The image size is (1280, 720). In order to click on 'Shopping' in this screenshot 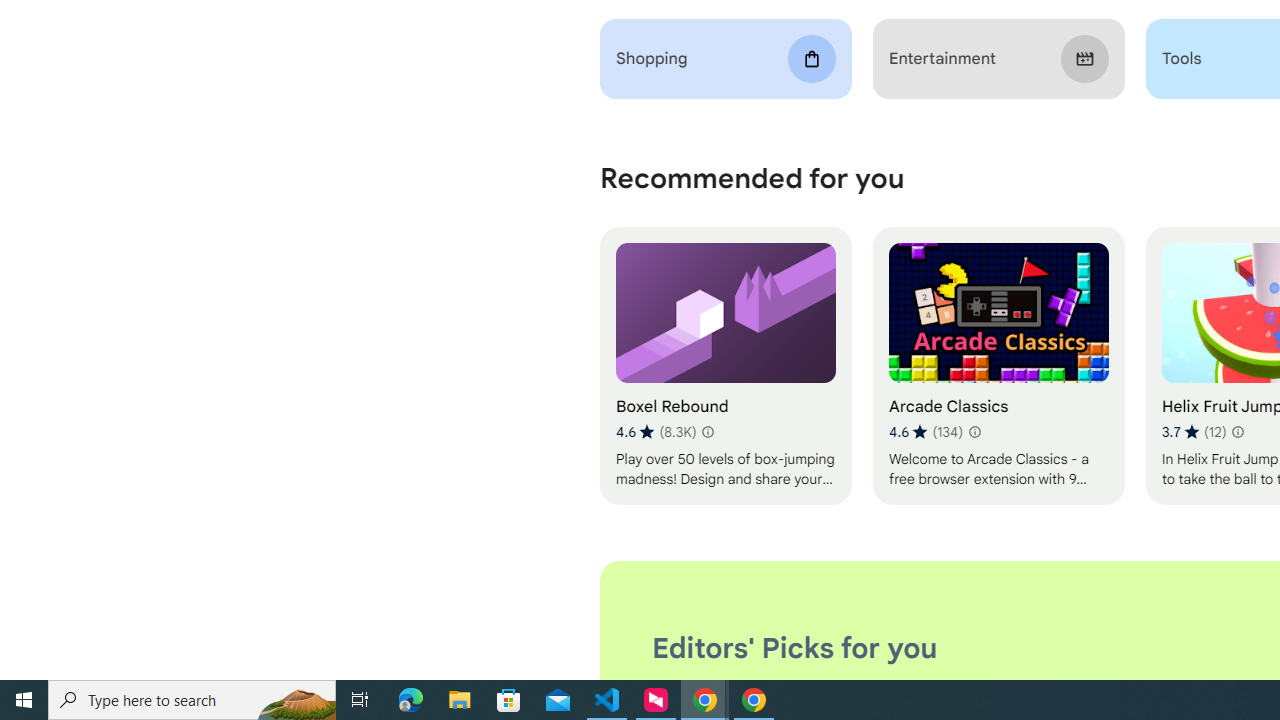, I will do `click(724, 58)`.